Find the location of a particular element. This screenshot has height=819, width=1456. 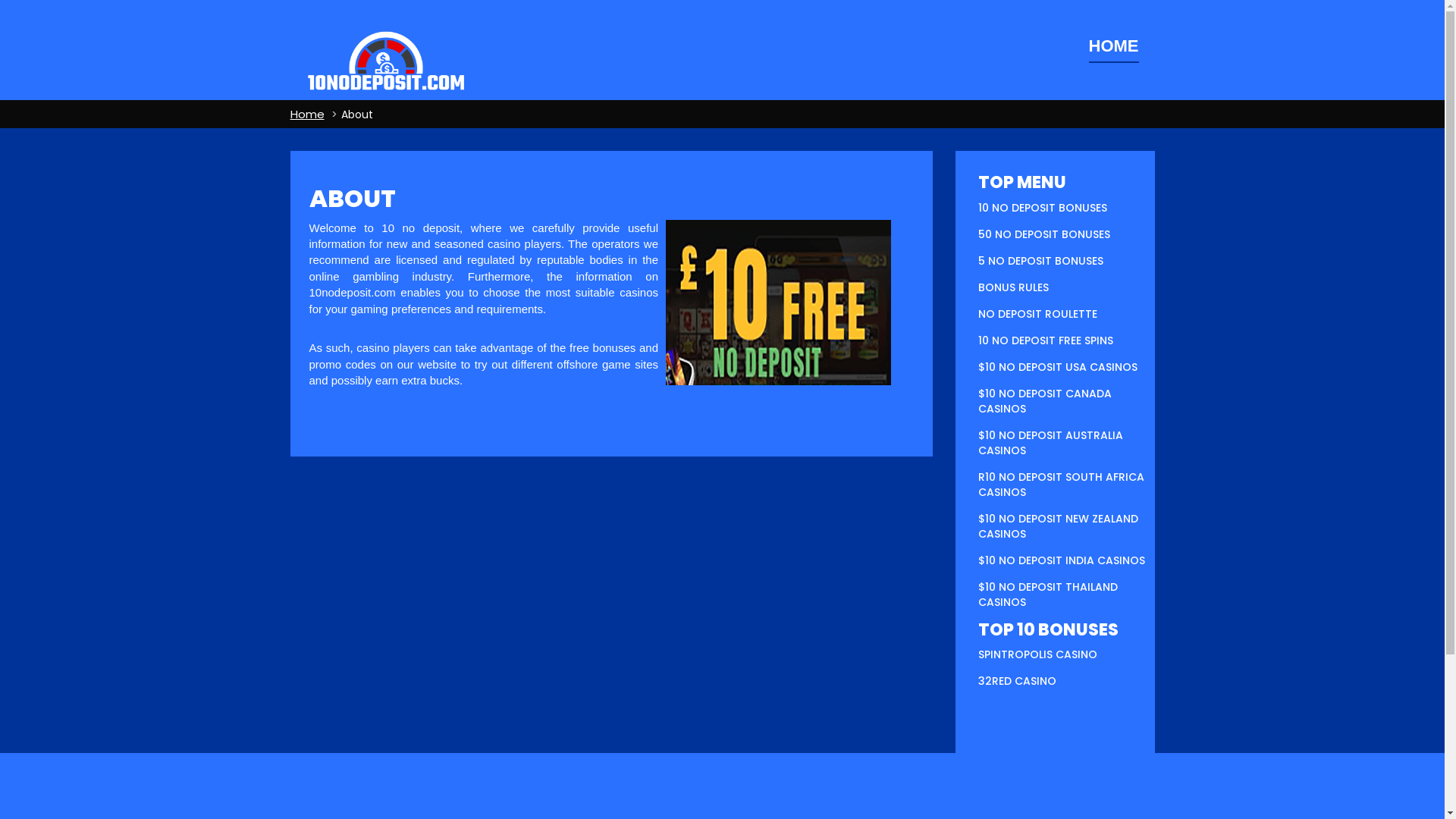

'$10 NO DEPOSIT THAILAND CASINOS' is located at coordinates (1047, 593).